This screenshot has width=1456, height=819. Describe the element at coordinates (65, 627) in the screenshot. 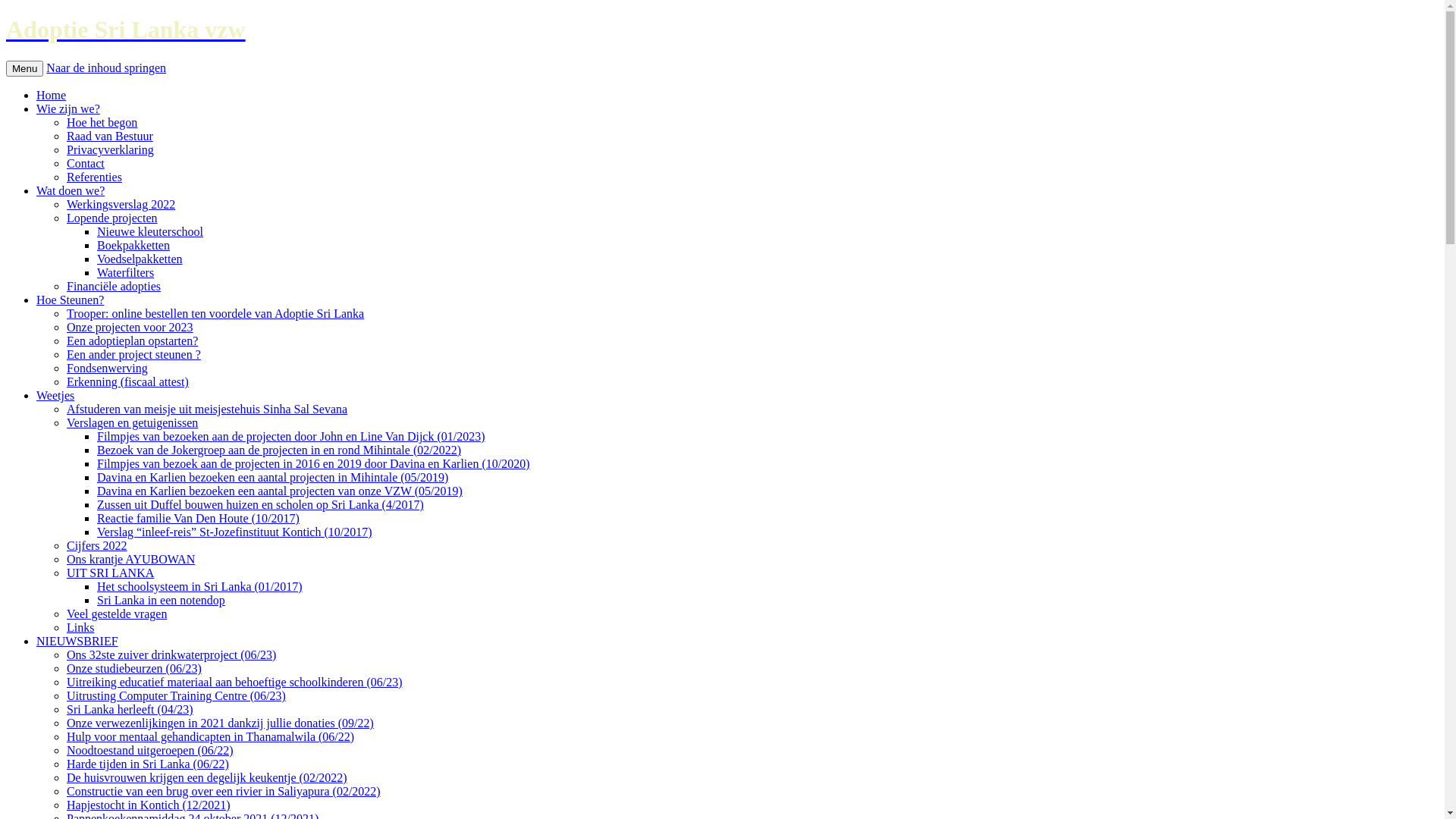

I see `'Links'` at that location.